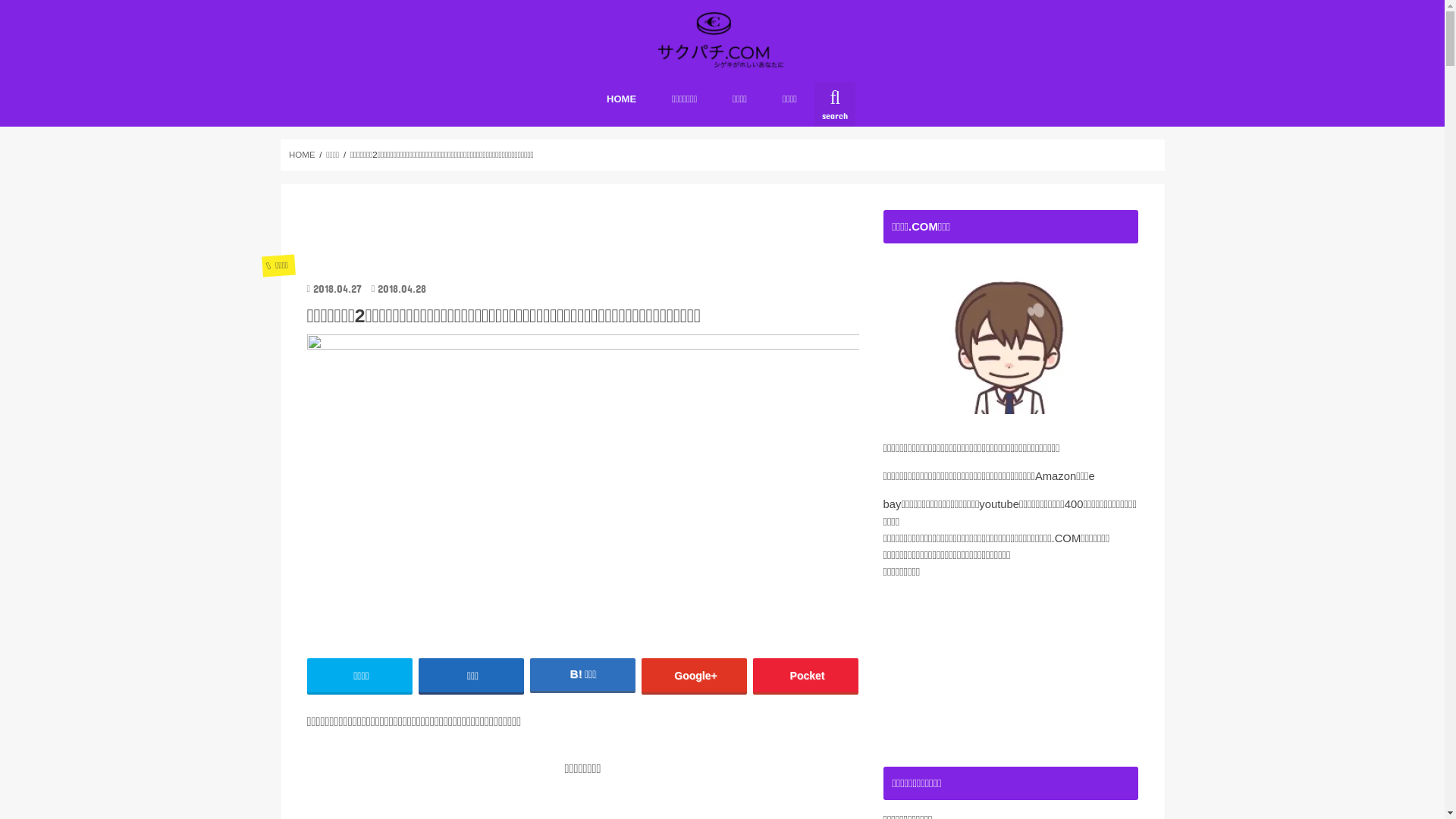 This screenshot has width=1456, height=819. Describe the element at coordinates (833, 103) in the screenshot. I see `'search'` at that location.